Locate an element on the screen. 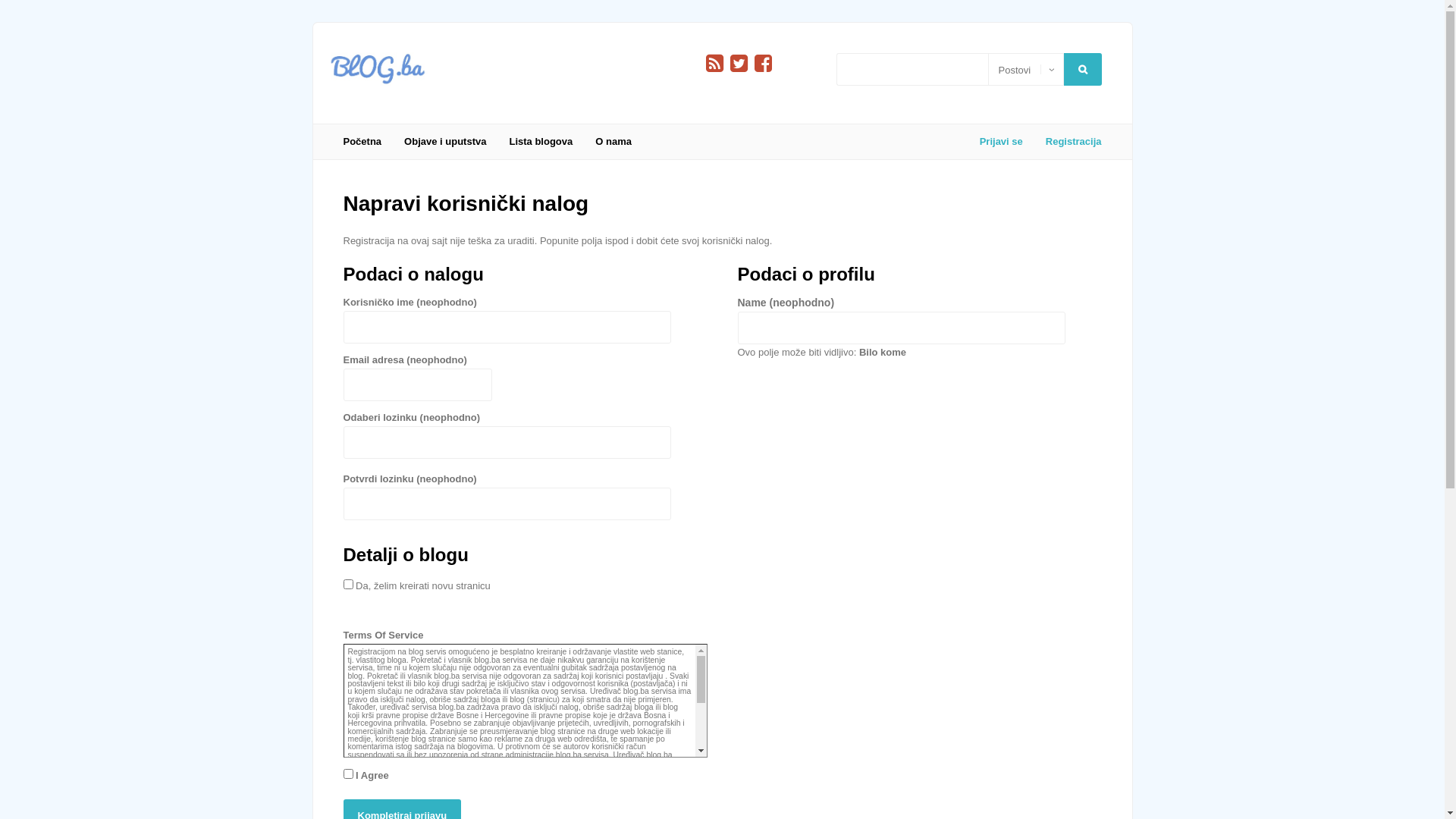 The image size is (1456, 819). 'Prijavi se' is located at coordinates (1001, 141).